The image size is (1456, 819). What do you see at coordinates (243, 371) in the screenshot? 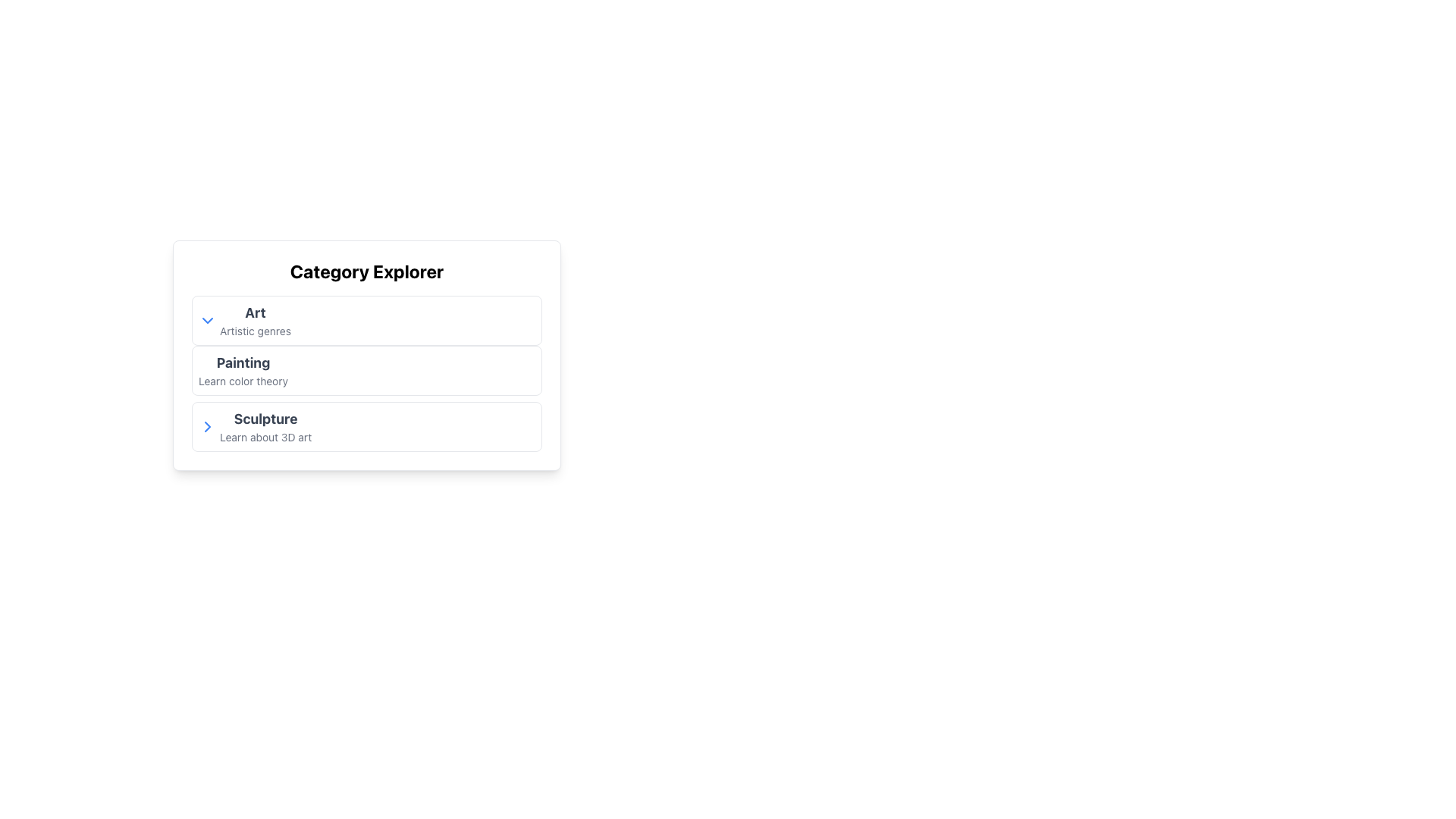
I see `the 'Painting' menu option, which displays 'Painting' in bold and 'Learn color theory' in a smaller gray font, located centrally in the category selection menu` at bounding box center [243, 371].